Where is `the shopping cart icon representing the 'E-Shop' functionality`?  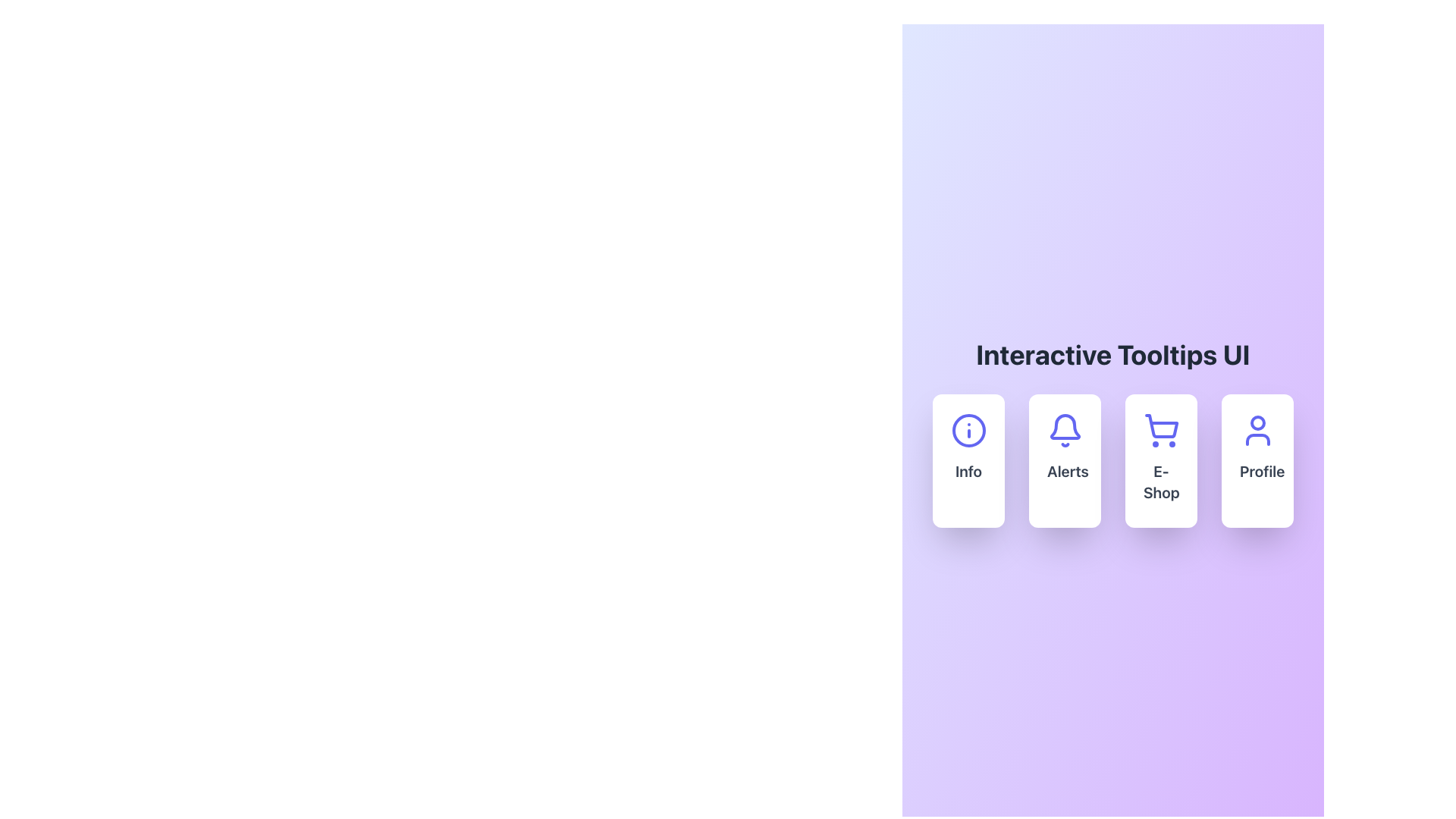 the shopping cart icon representing the 'E-Shop' functionality is located at coordinates (1160, 430).